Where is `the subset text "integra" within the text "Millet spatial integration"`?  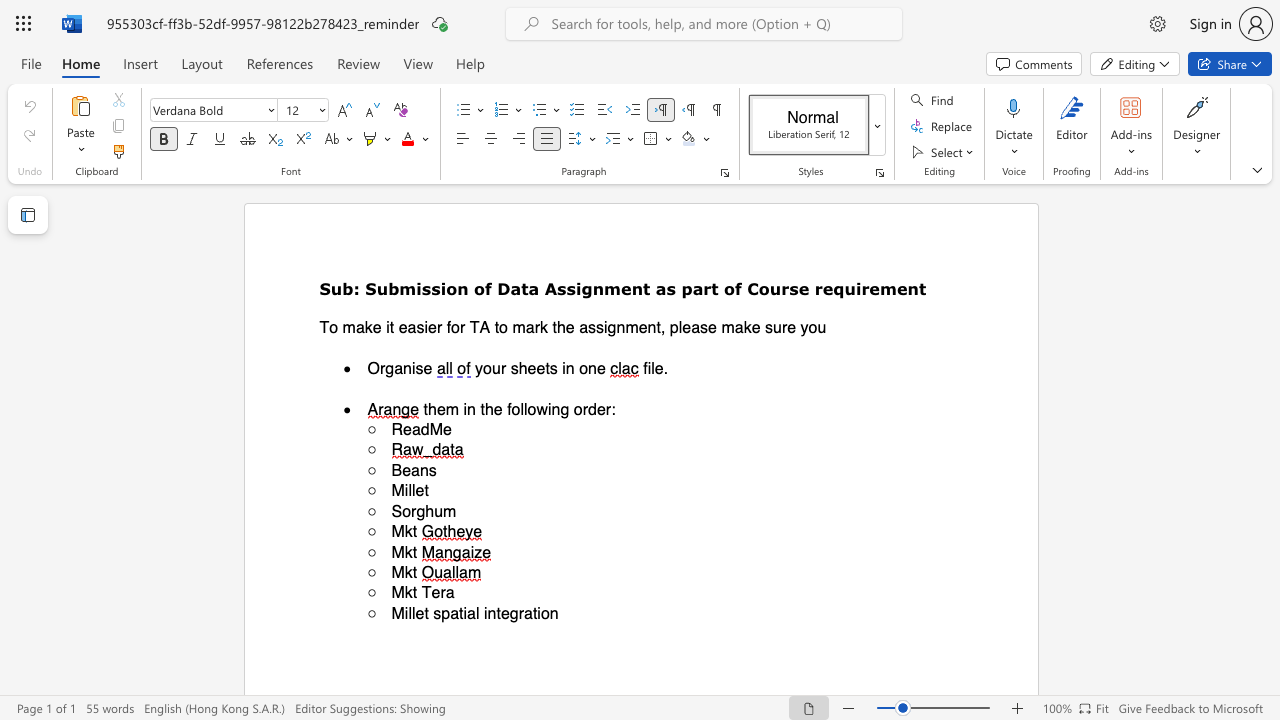 the subset text "integra" within the text "Millet spatial integration" is located at coordinates (483, 612).